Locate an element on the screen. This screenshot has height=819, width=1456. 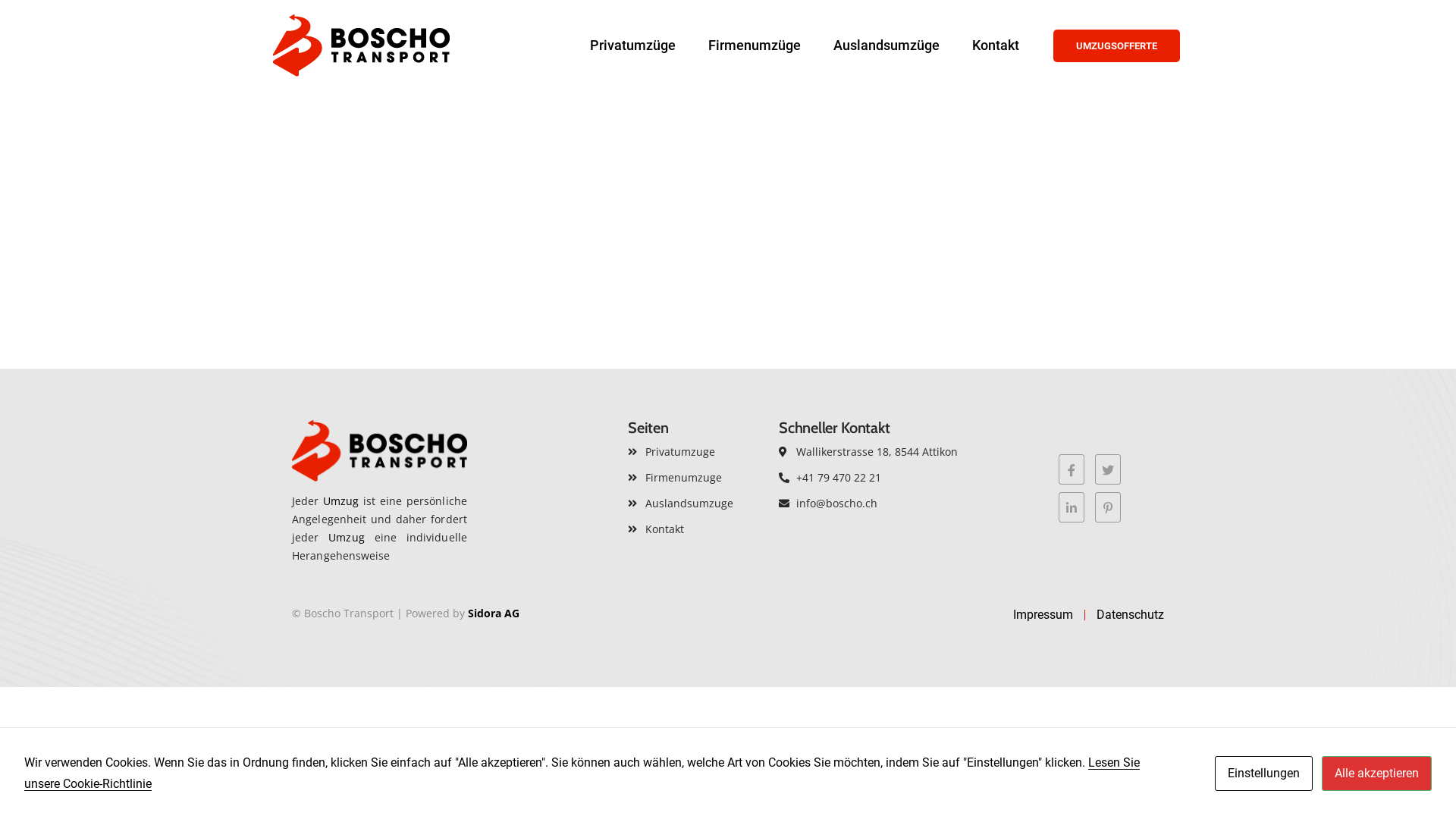
'Einstellungen' is located at coordinates (1263, 773).